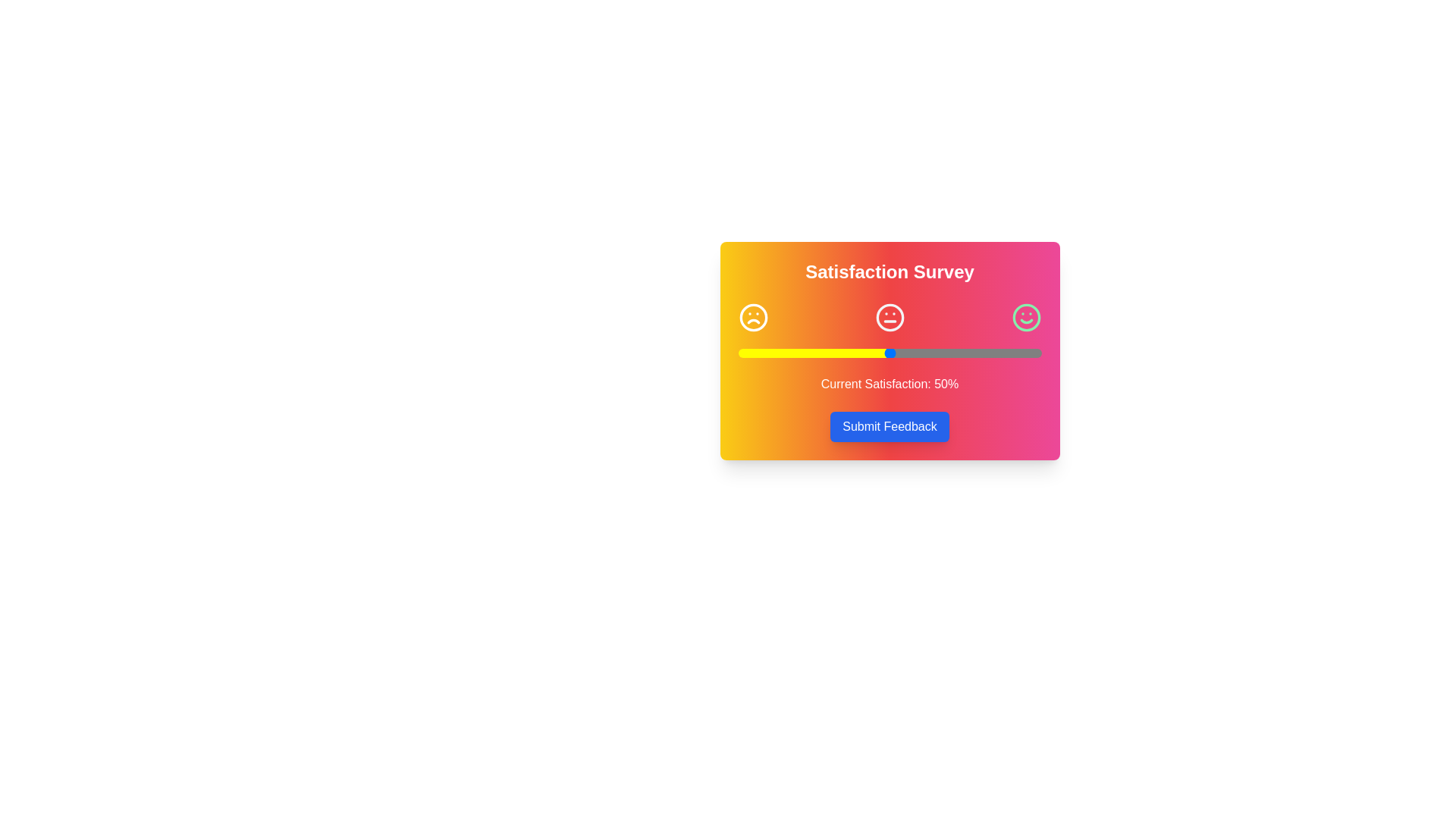 The height and width of the screenshot is (819, 1456). Describe the element at coordinates (955, 353) in the screenshot. I see `the slider to 72% satisfaction` at that location.